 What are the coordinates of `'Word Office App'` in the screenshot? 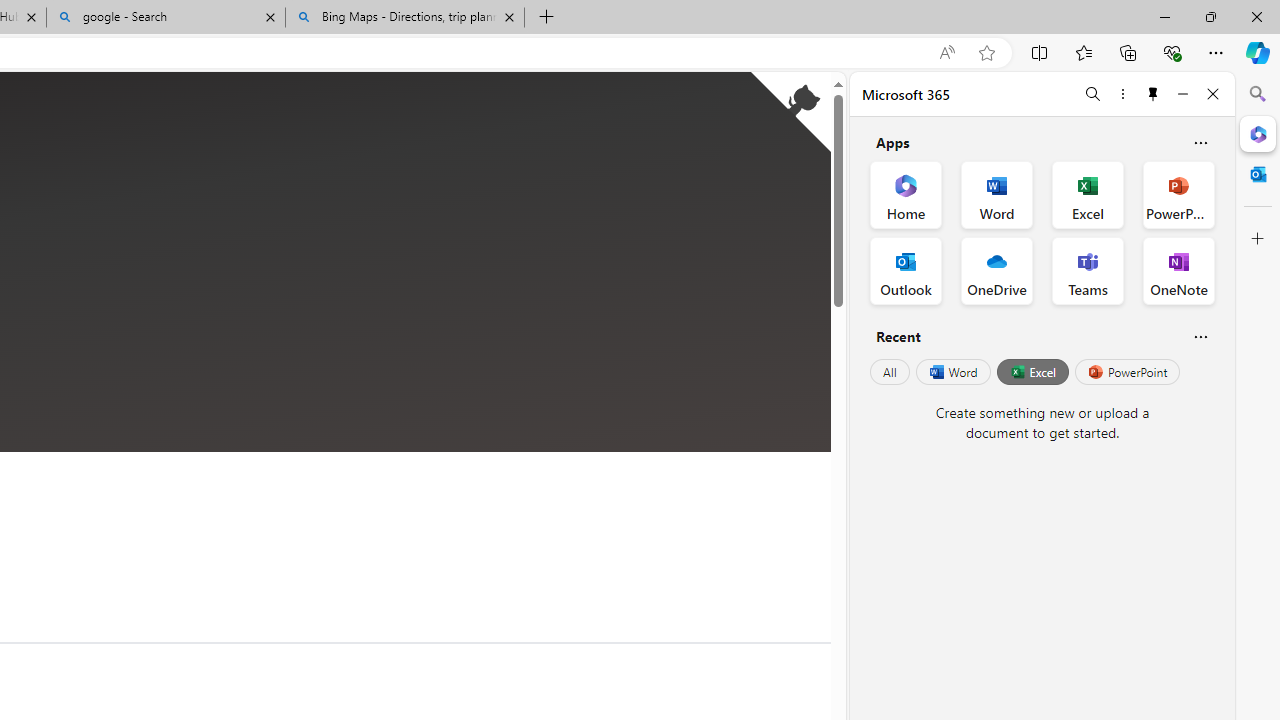 It's located at (997, 195).